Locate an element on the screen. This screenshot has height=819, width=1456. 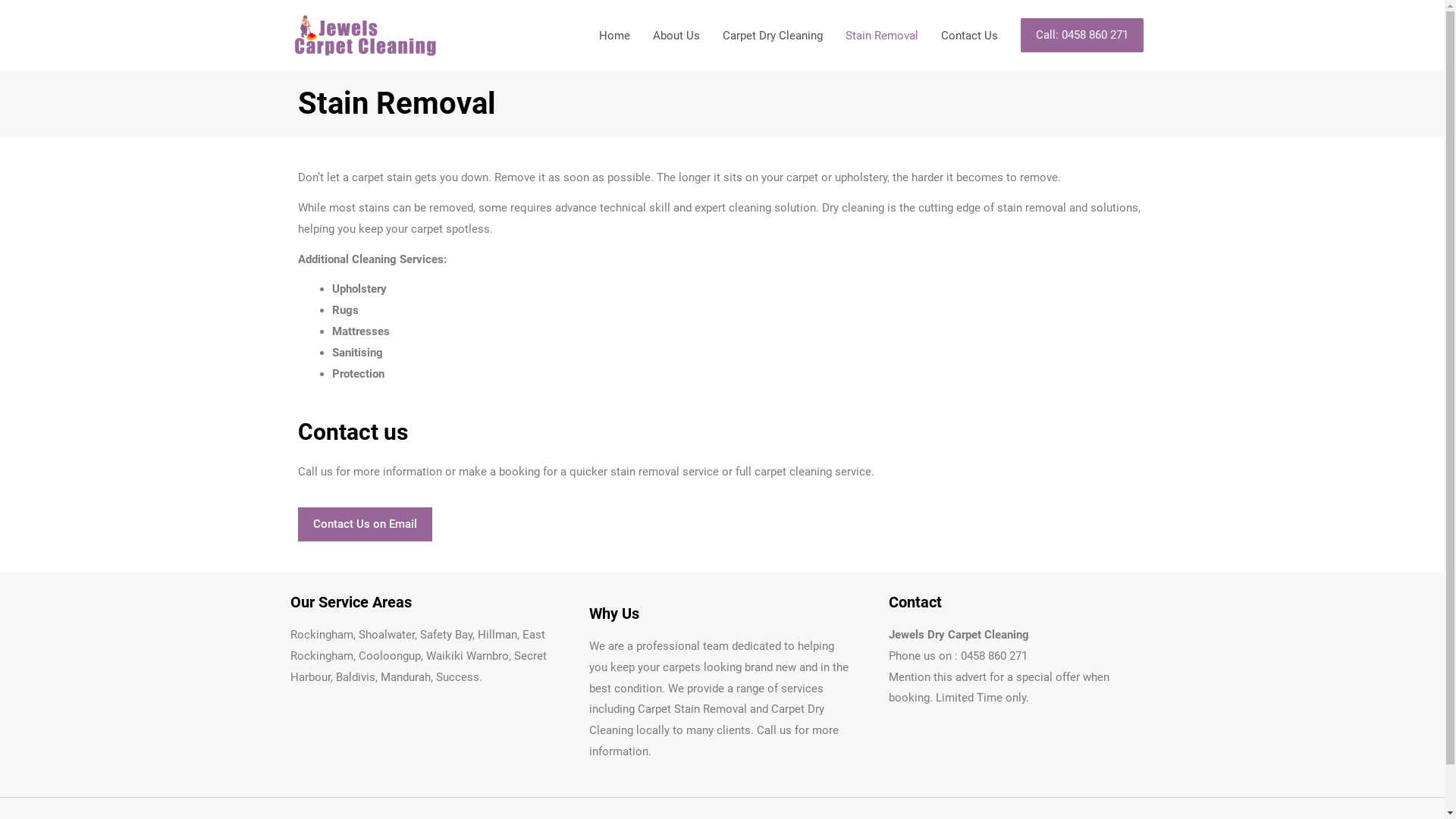
'Call: 0458 860 271' is located at coordinates (1020, 34).